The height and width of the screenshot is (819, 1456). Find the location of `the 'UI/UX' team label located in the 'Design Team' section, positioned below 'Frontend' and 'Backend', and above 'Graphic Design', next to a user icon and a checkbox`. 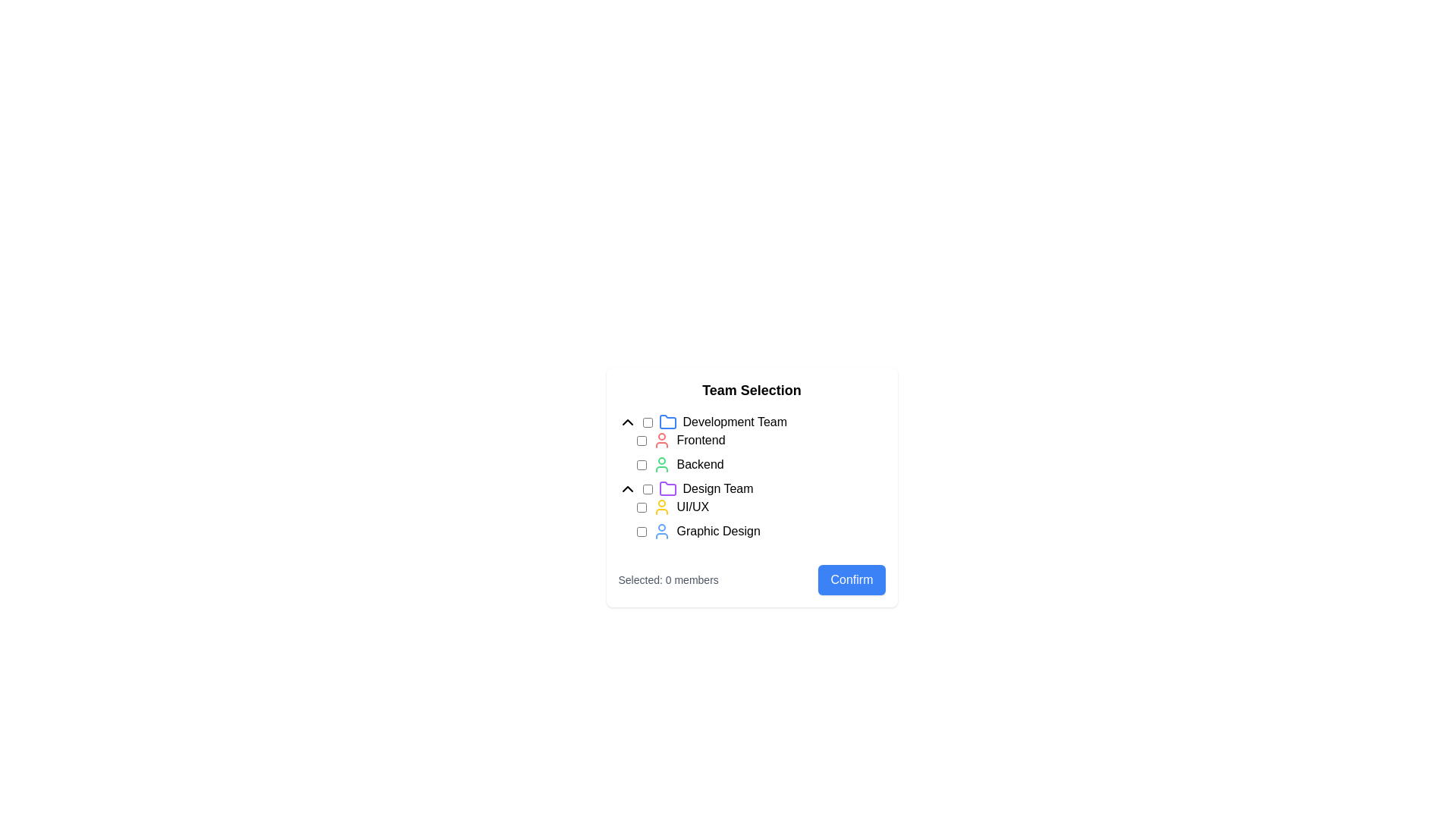

the 'UI/UX' team label located in the 'Design Team' section, positioned below 'Frontend' and 'Backend', and above 'Graphic Design', next to a user icon and a checkbox is located at coordinates (692, 507).